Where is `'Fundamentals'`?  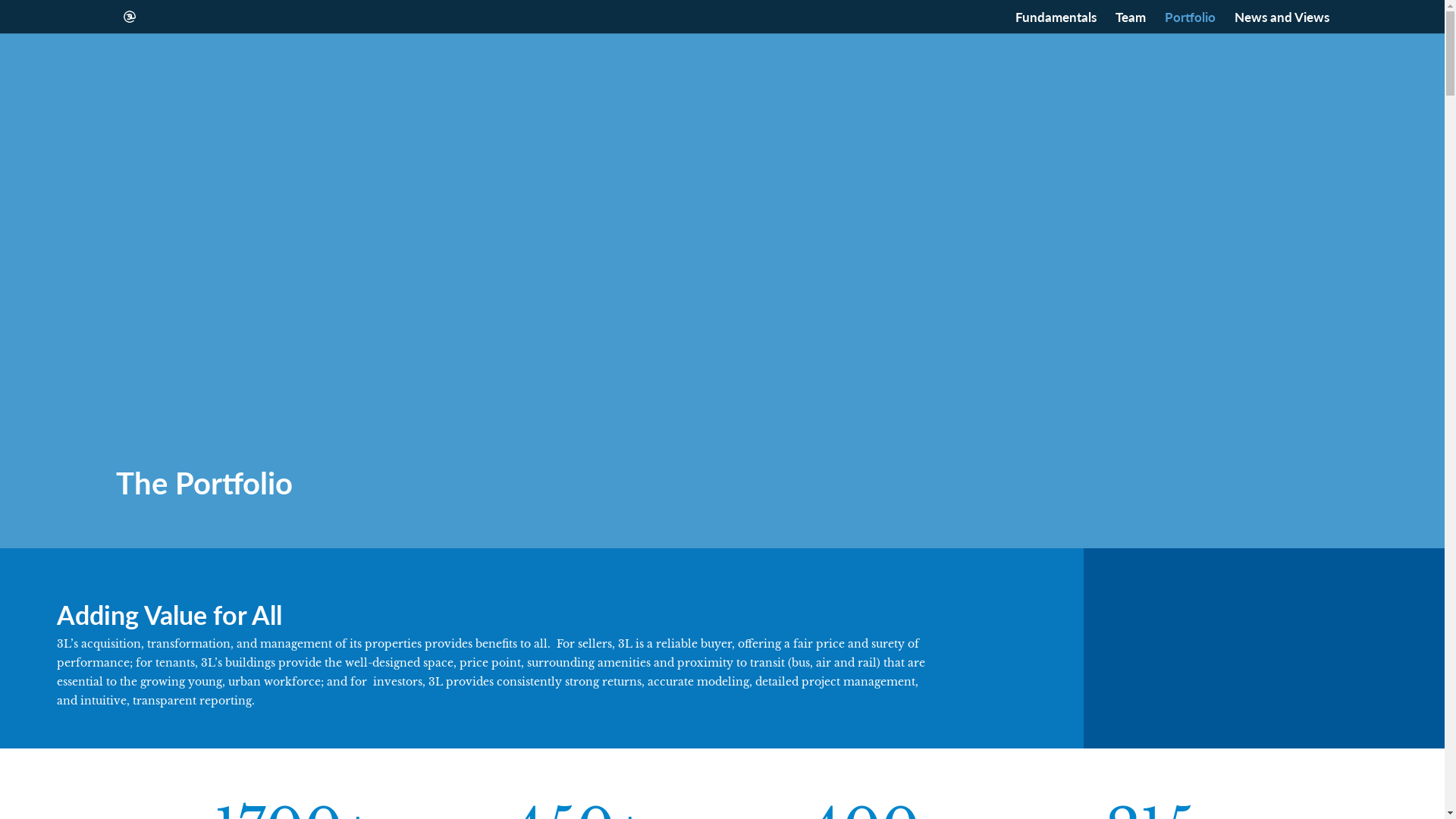
'Fundamentals' is located at coordinates (1054, 22).